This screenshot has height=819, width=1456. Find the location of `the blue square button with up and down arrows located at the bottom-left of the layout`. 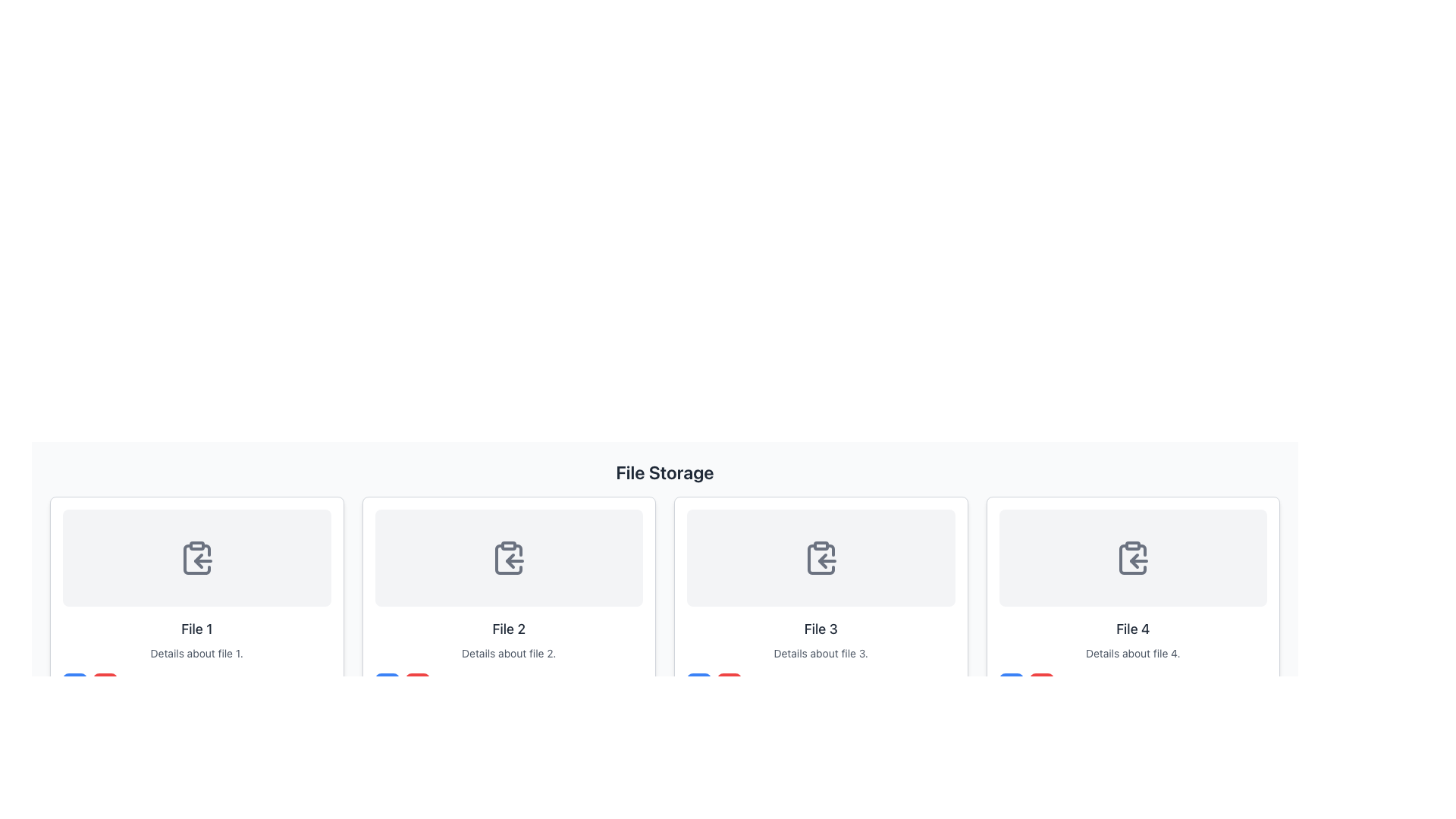

the blue square button with up and down arrows located at the bottom-left of the layout is located at coordinates (74, 685).